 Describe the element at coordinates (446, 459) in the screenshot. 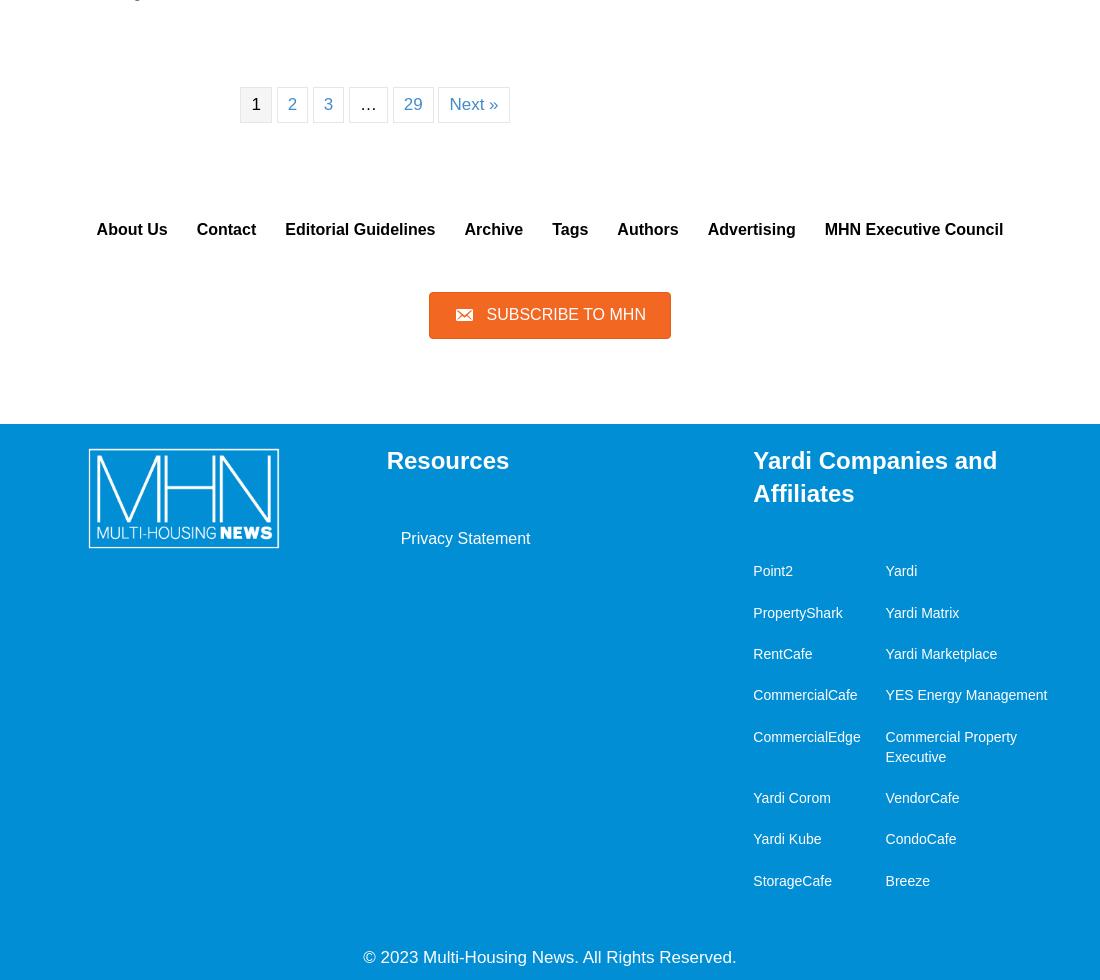

I see `'Resources'` at that location.